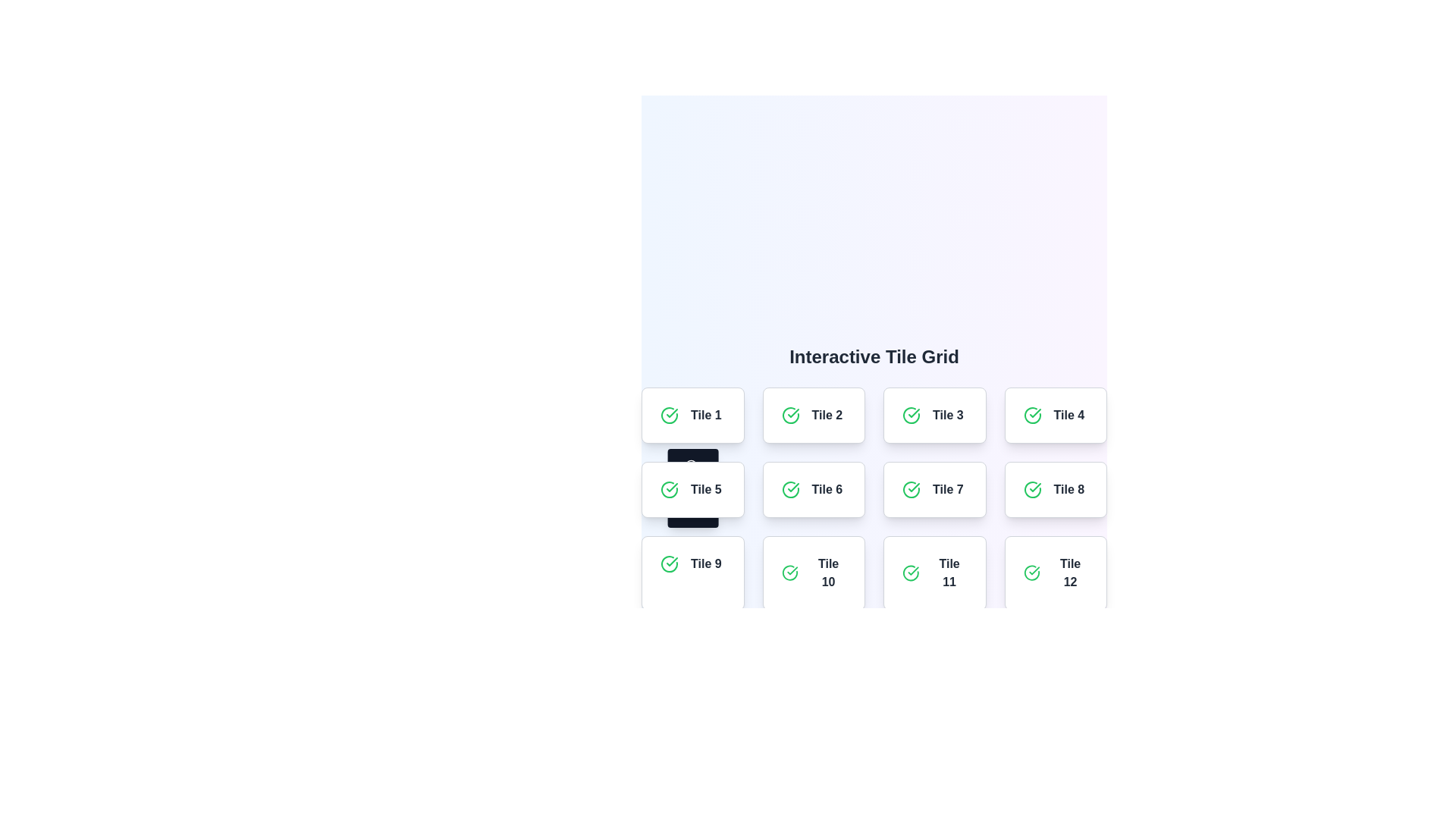 The height and width of the screenshot is (819, 1456). I want to click on the visual indicator Icon located on the left side of 'Tile 9' in the UI grid layout, which represents the completion or success state, so click(669, 564).